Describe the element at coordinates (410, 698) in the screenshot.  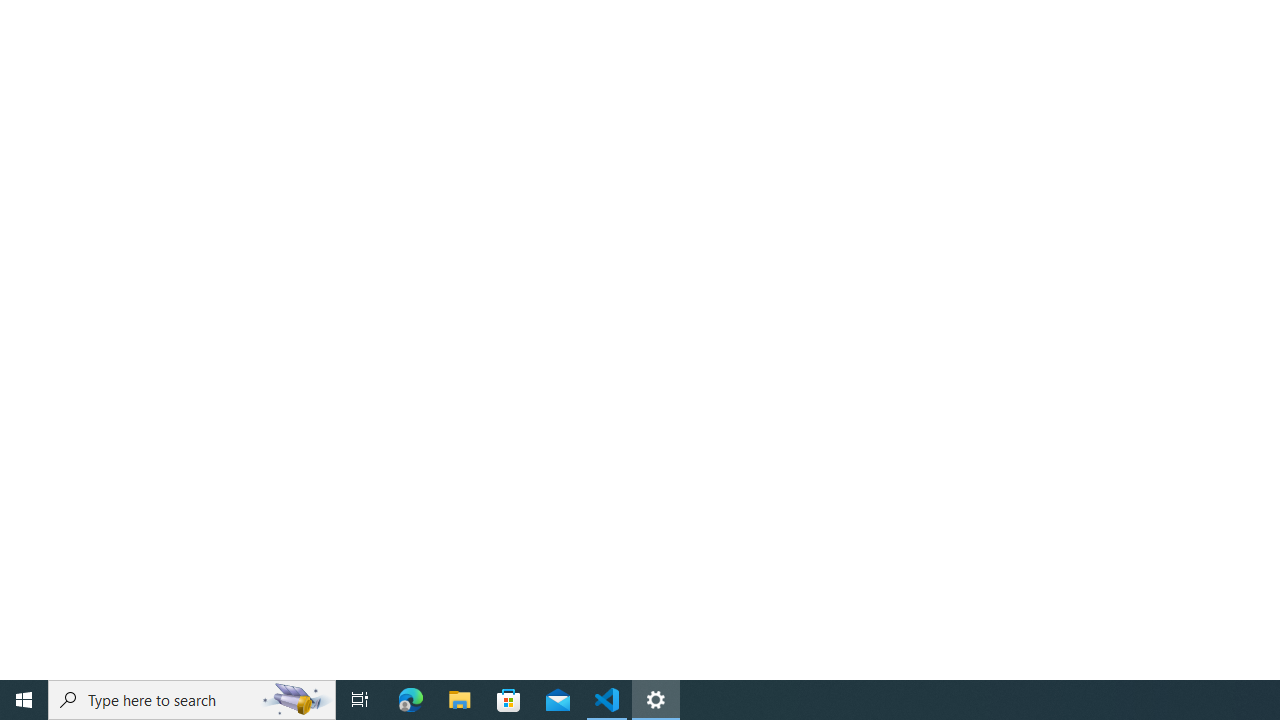
I see `'Microsoft Edge'` at that location.